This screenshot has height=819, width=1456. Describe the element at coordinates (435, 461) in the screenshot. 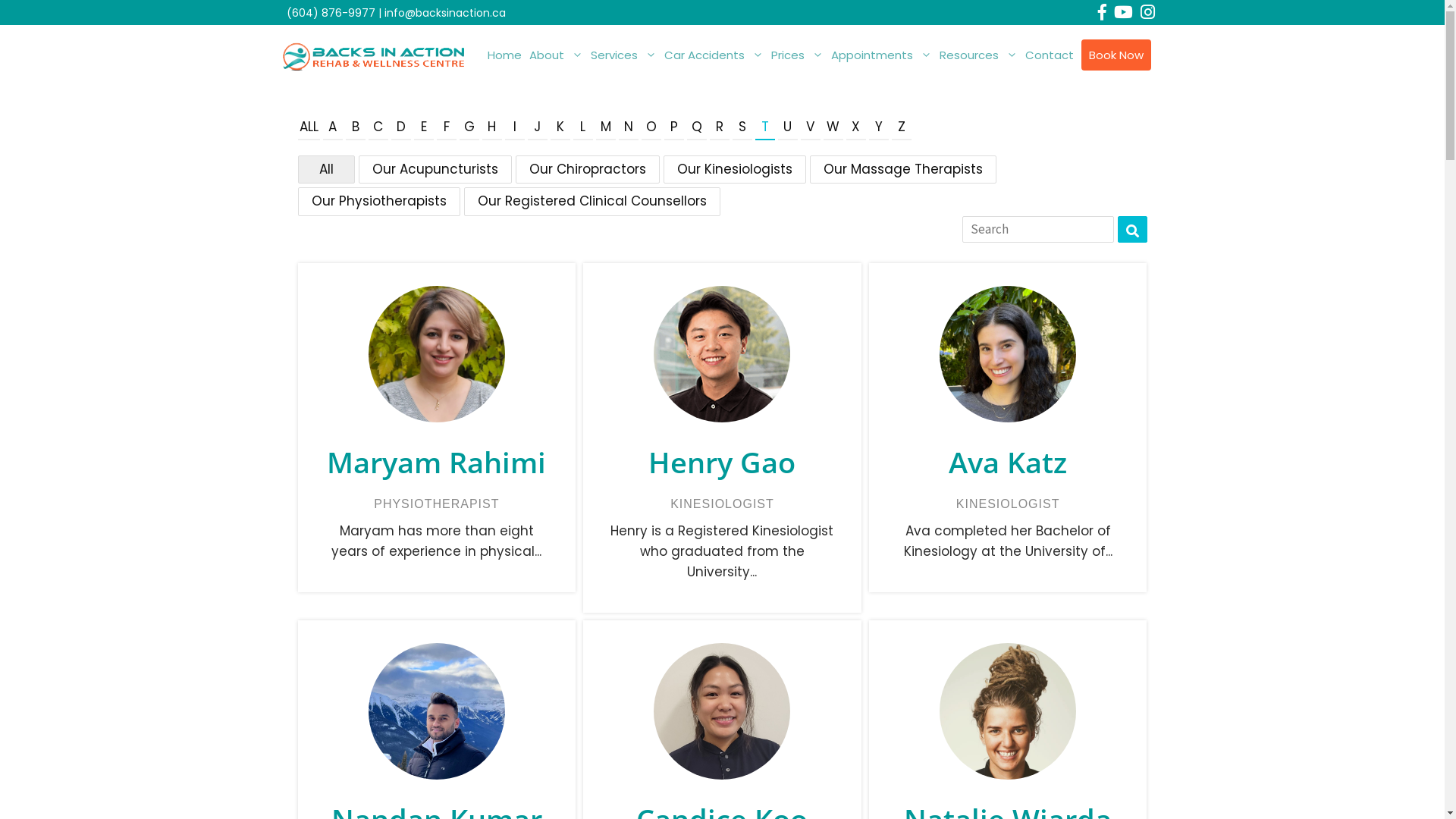

I see `'Maryam Rahimi'` at that location.